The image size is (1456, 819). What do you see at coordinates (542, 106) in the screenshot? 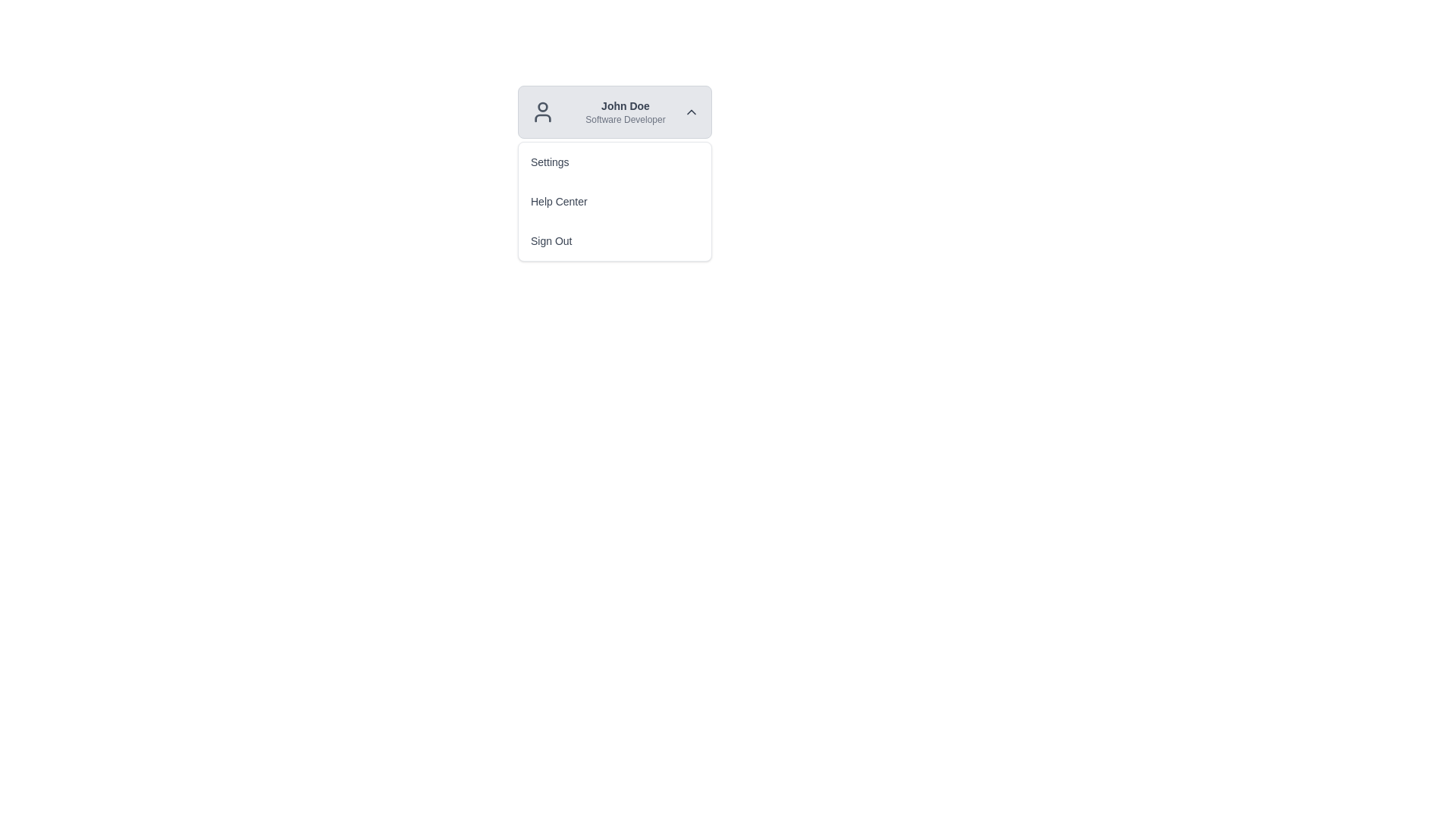
I see `the circular graphical element representing the user's avatar in the user profile section, located above the text 'John Doe' and to the left of the dropdown arrow` at bounding box center [542, 106].